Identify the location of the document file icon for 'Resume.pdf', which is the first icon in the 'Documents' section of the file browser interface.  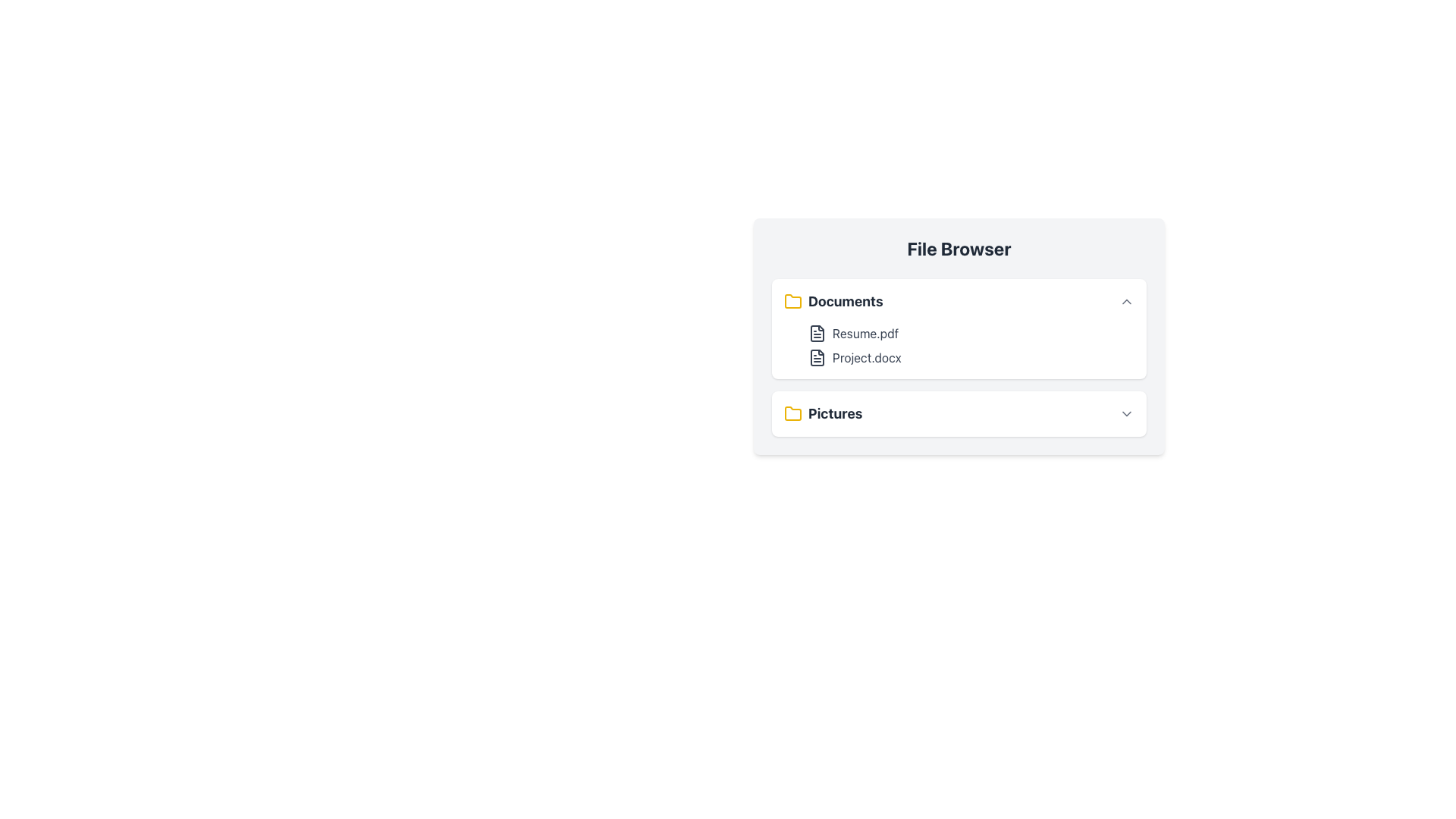
(817, 332).